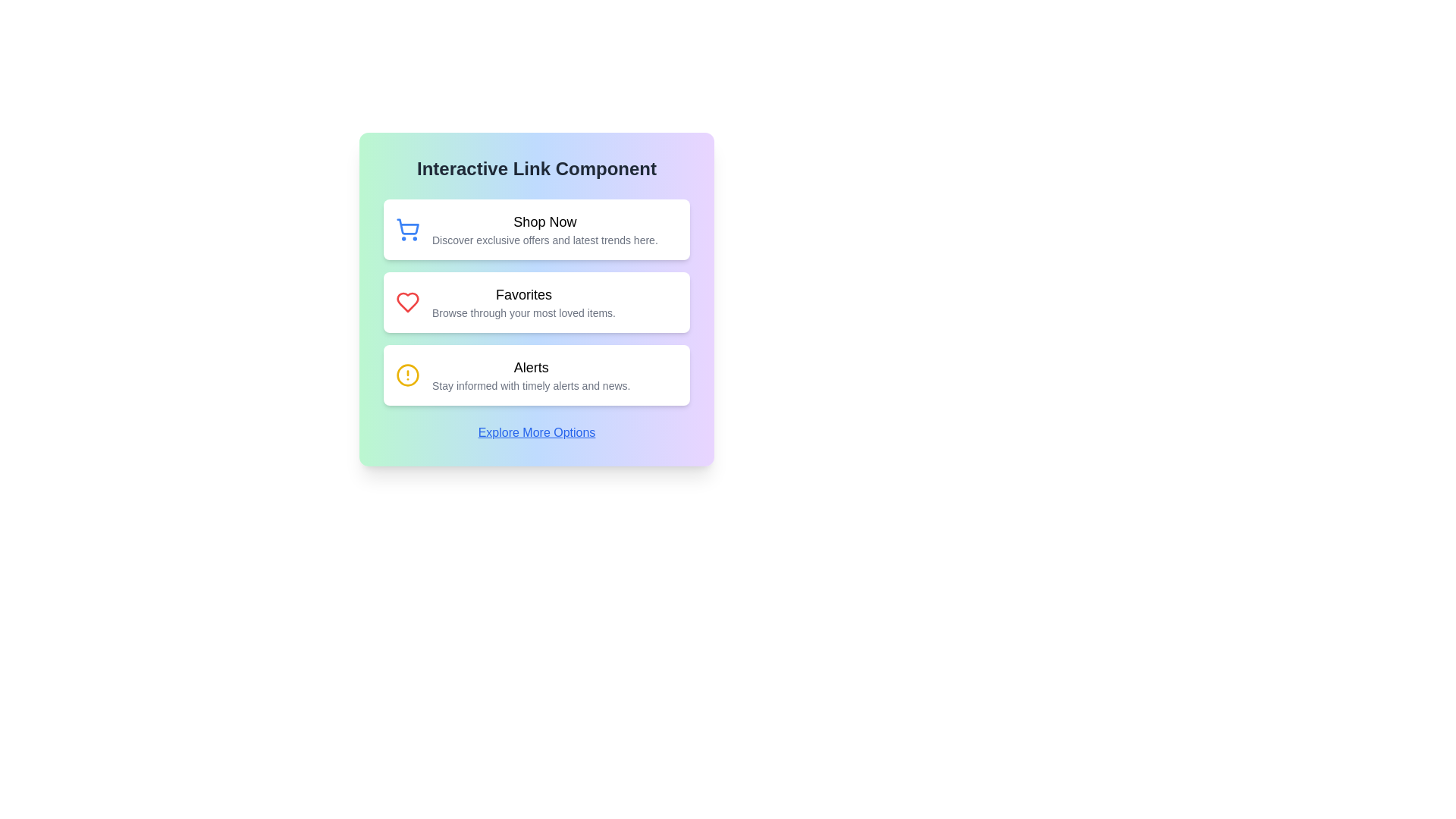 The width and height of the screenshot is (1456, 819). Describe the element at coordinates (537, 302) in the screenshot. I see `the Clickable Card element labeled 'Favorites', which features a heart icon and descriptive text, located in the middle of a vertical stack of similar elements` at that location.